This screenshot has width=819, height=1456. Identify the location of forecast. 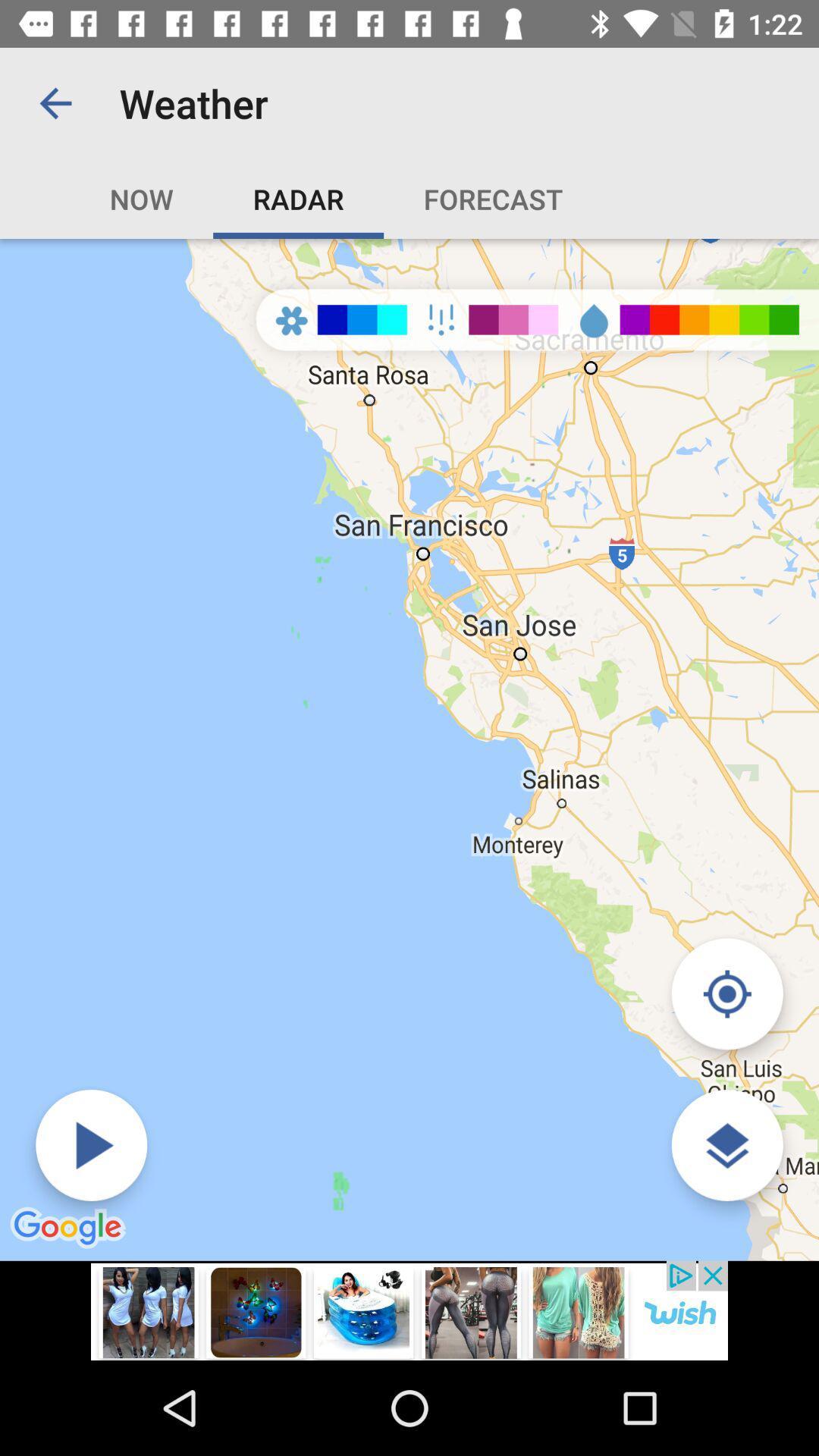
(91, 1145).